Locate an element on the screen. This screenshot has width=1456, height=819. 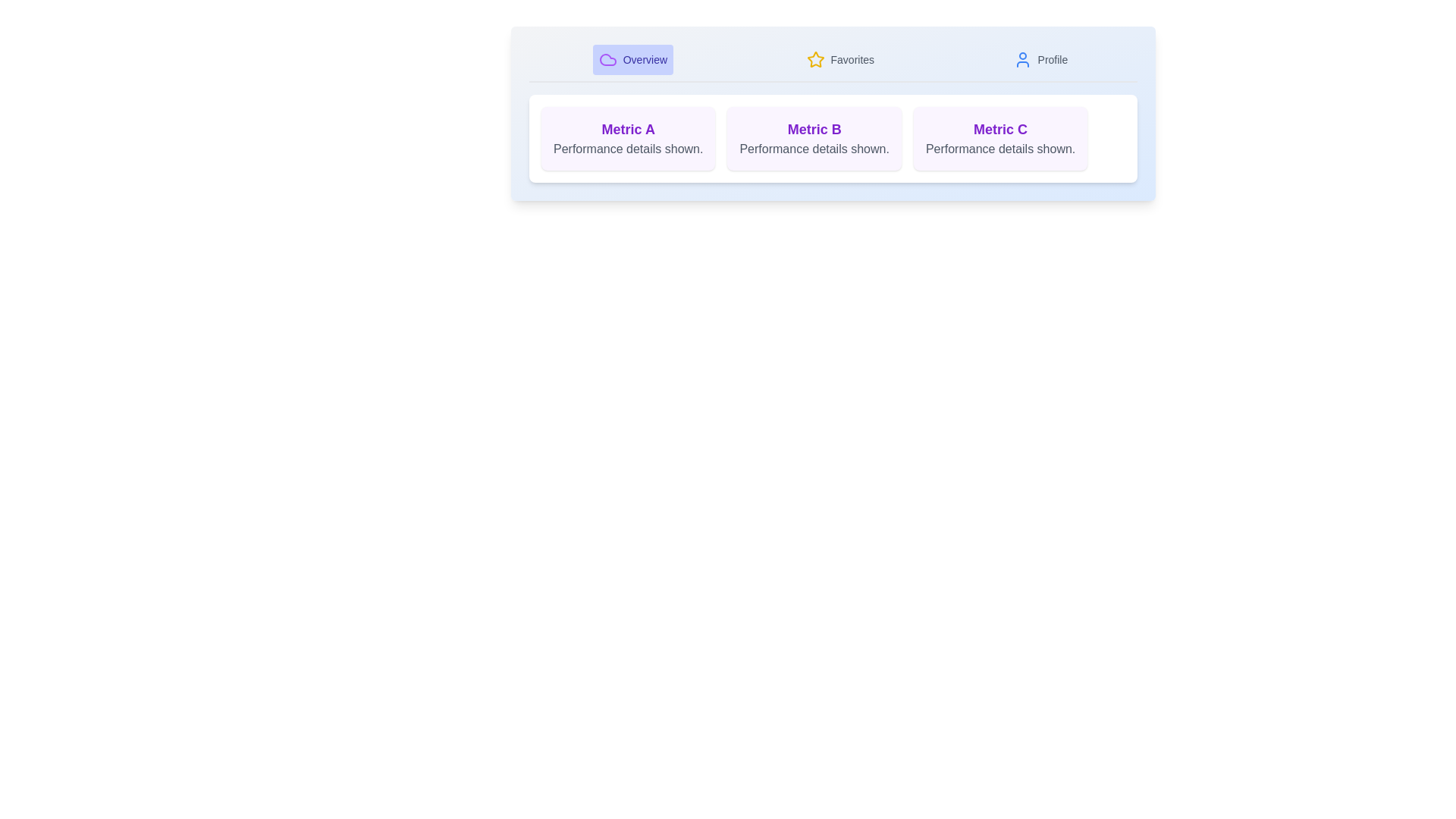
the card for Metric A to inspect its details is located at coordinates (628, 138).